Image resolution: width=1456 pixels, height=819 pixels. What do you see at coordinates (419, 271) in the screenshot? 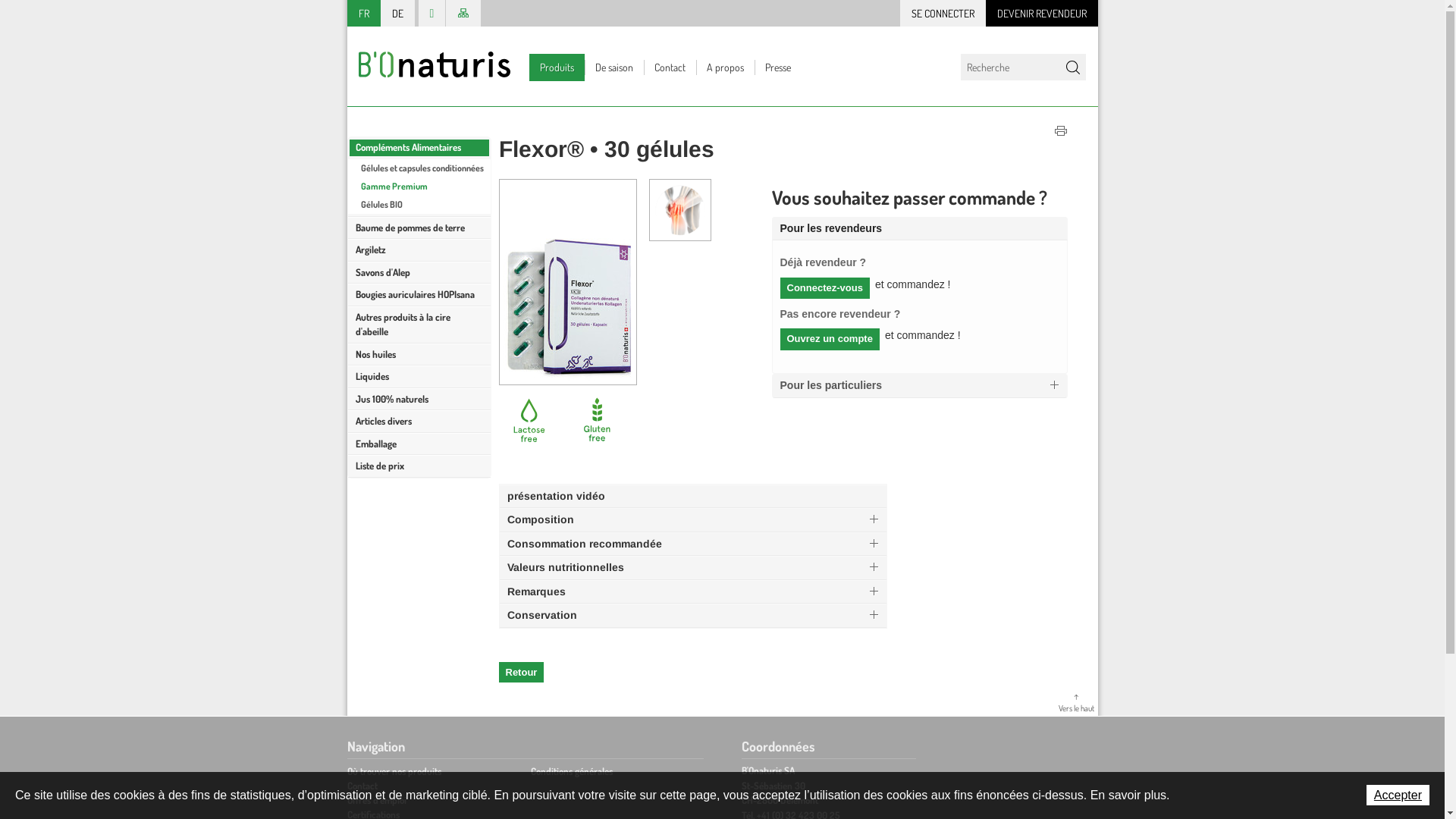
I see `'Savons d'Alep'` at bounding box center [419, 271].